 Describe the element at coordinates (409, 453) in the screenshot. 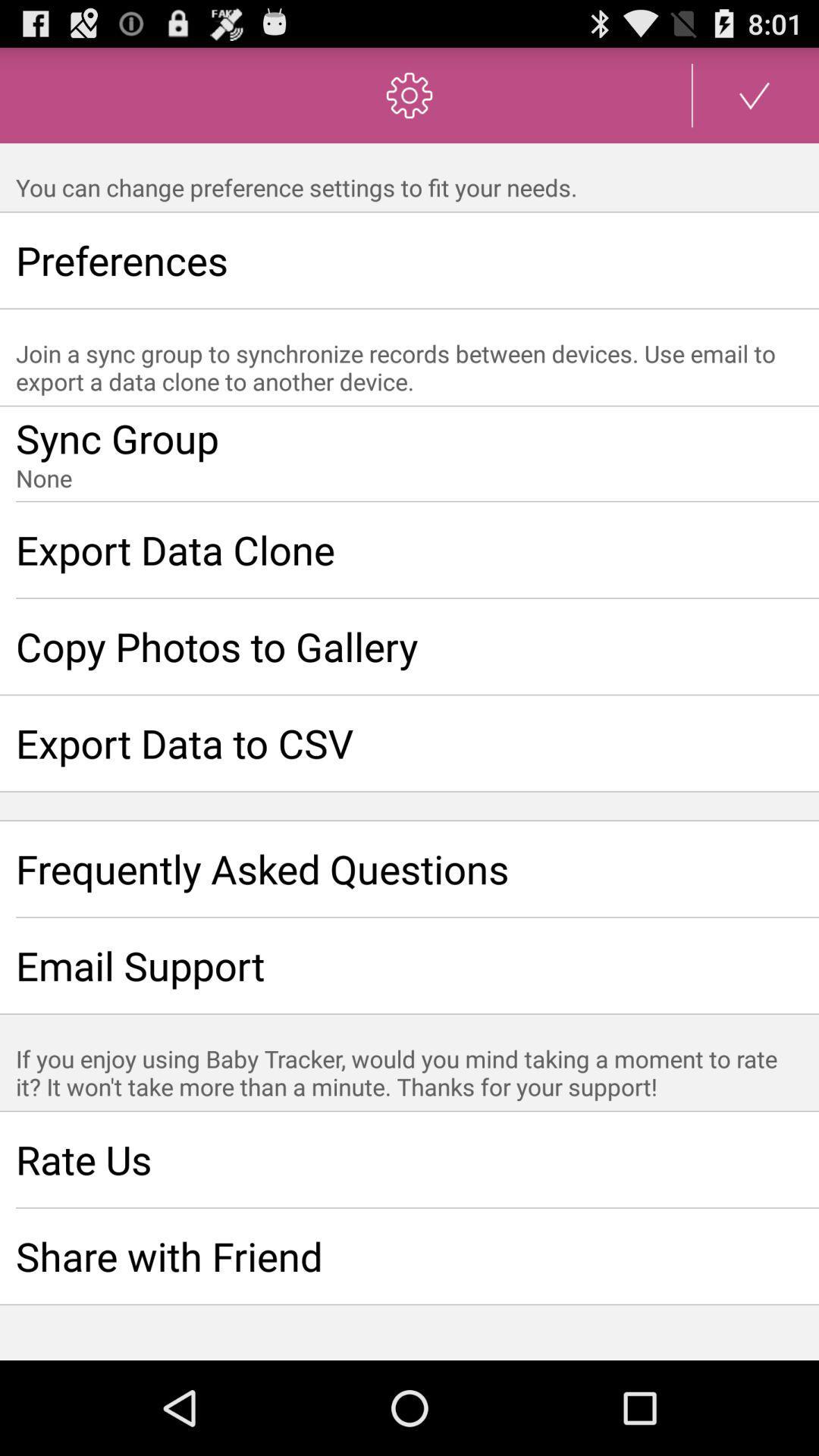

I see `sync group` at that location.